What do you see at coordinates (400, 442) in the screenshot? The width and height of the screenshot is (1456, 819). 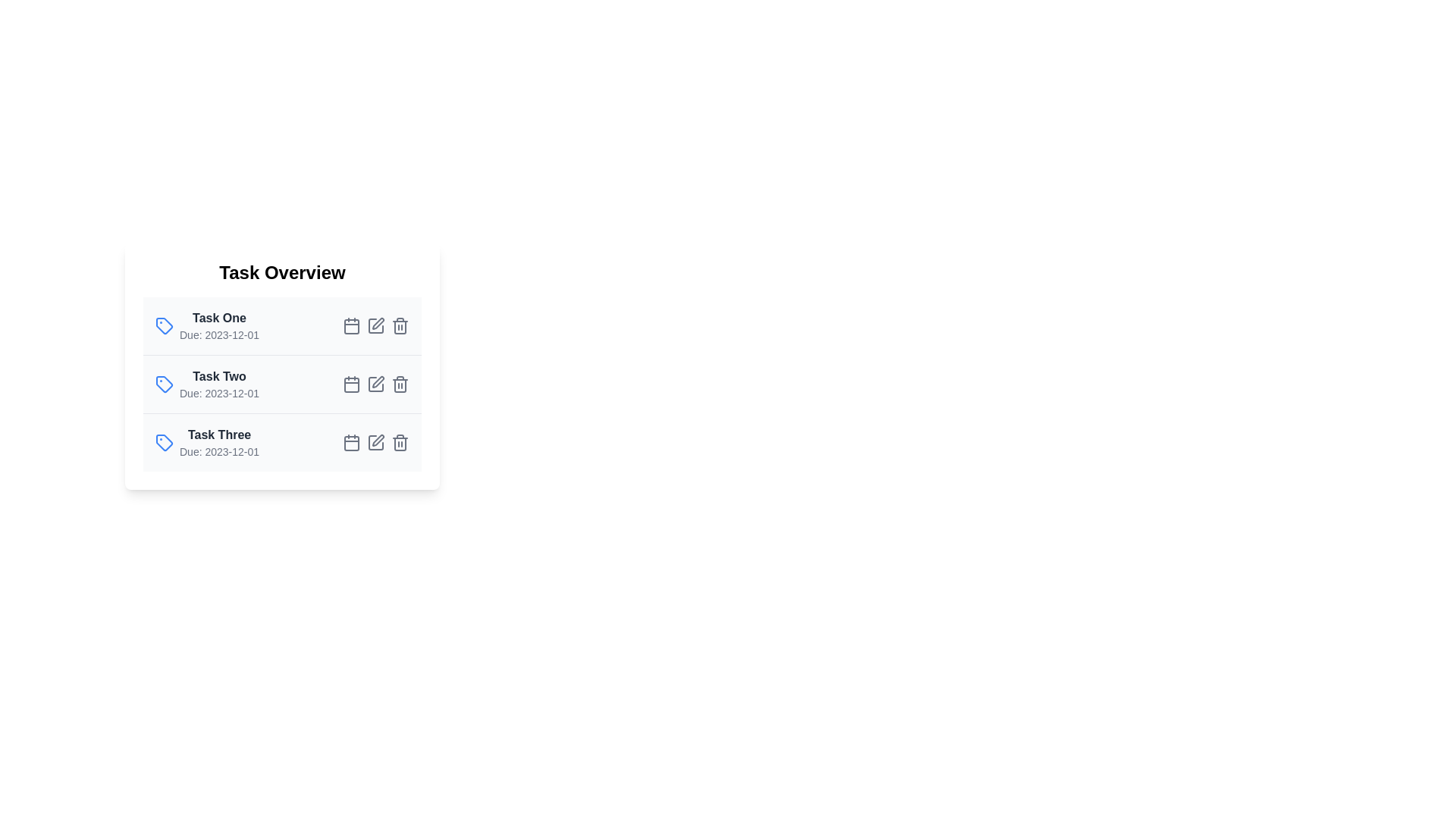 I see `the trash bin icon button, which is located at the far right end of the row for 'Task Three' in the 'Task Overview' section, to change its color to red` at bounding box center [400, 442].